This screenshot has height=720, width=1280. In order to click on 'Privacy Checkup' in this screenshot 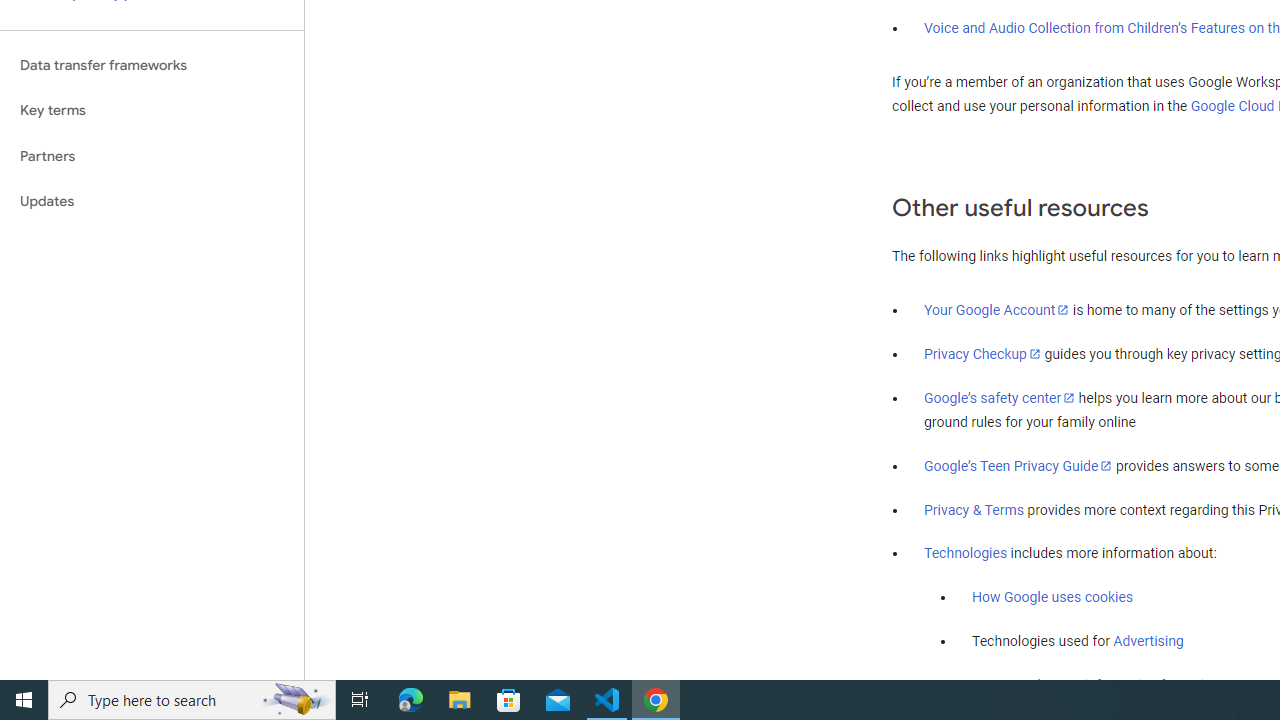, I will do `click(982, 352)`.